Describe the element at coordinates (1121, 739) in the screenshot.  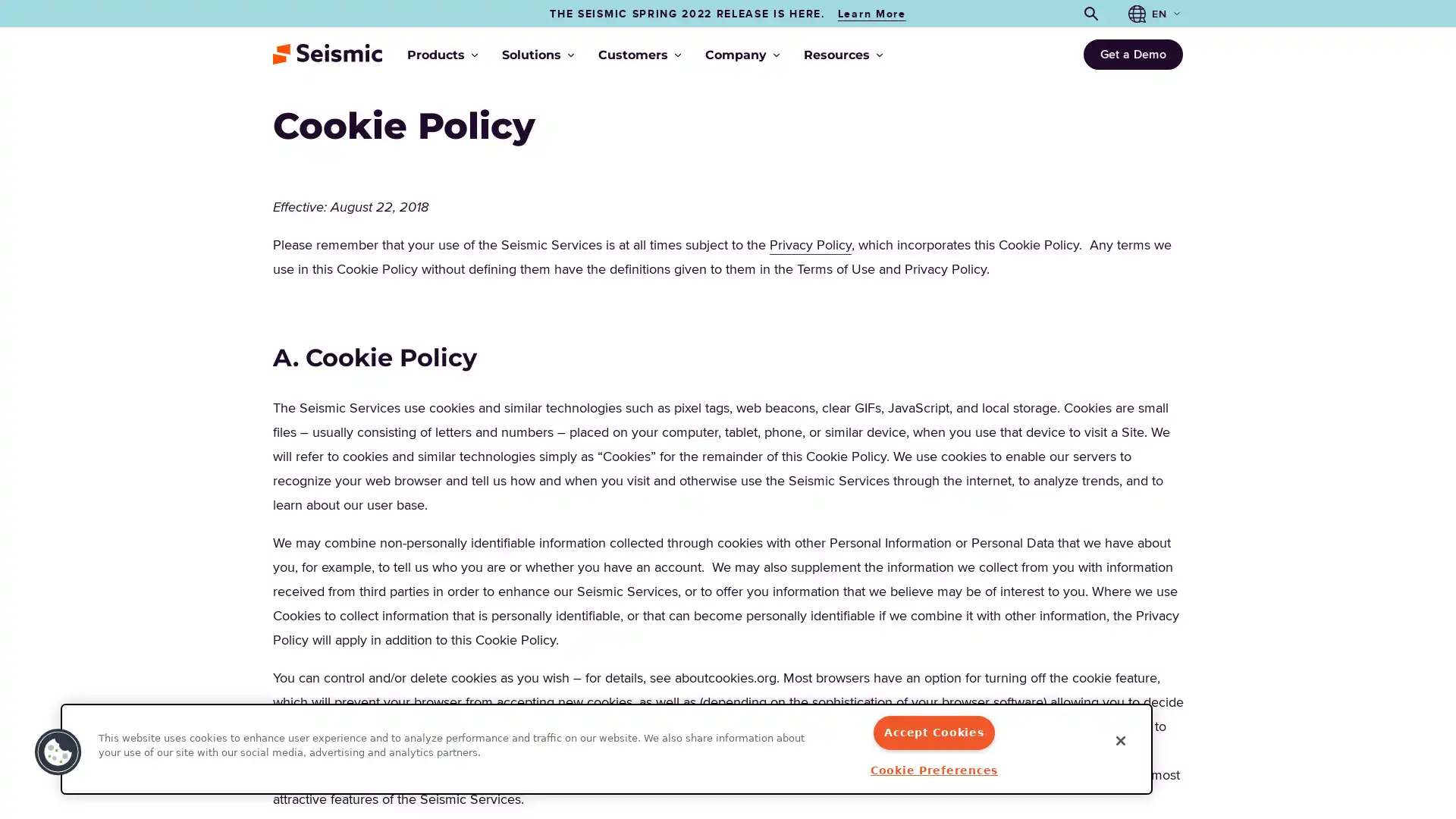
I see `Close` at that location.